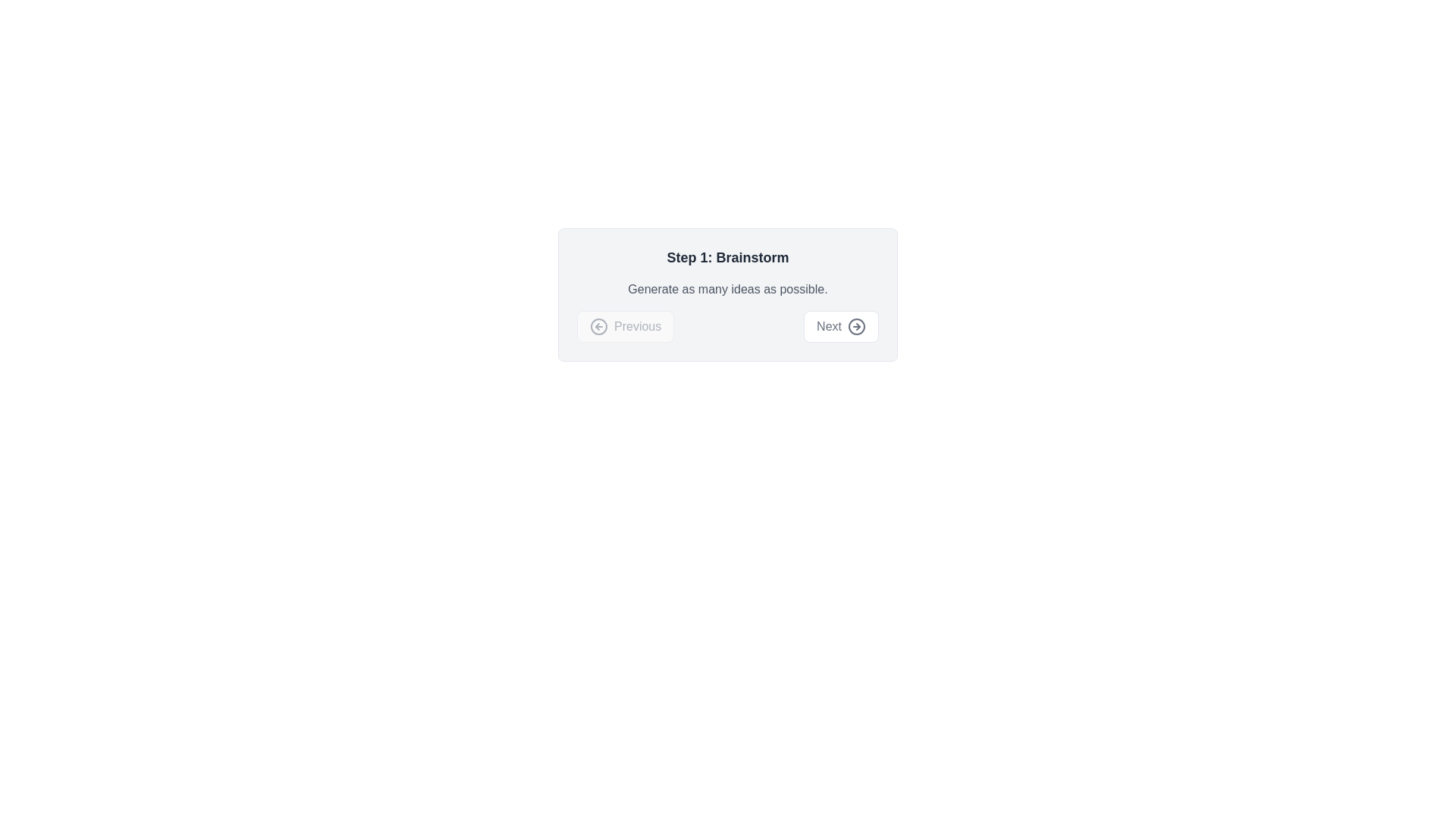 The height and width of the screenshot is (819, 1456). Describe the element at coordinates (598, 326) in the screenshot. I see `the circular icon with a leftward-pointing arrow located within the 'Previous' button on the bottom-left corner of the interface box to receive additional visual feedback` at that location.